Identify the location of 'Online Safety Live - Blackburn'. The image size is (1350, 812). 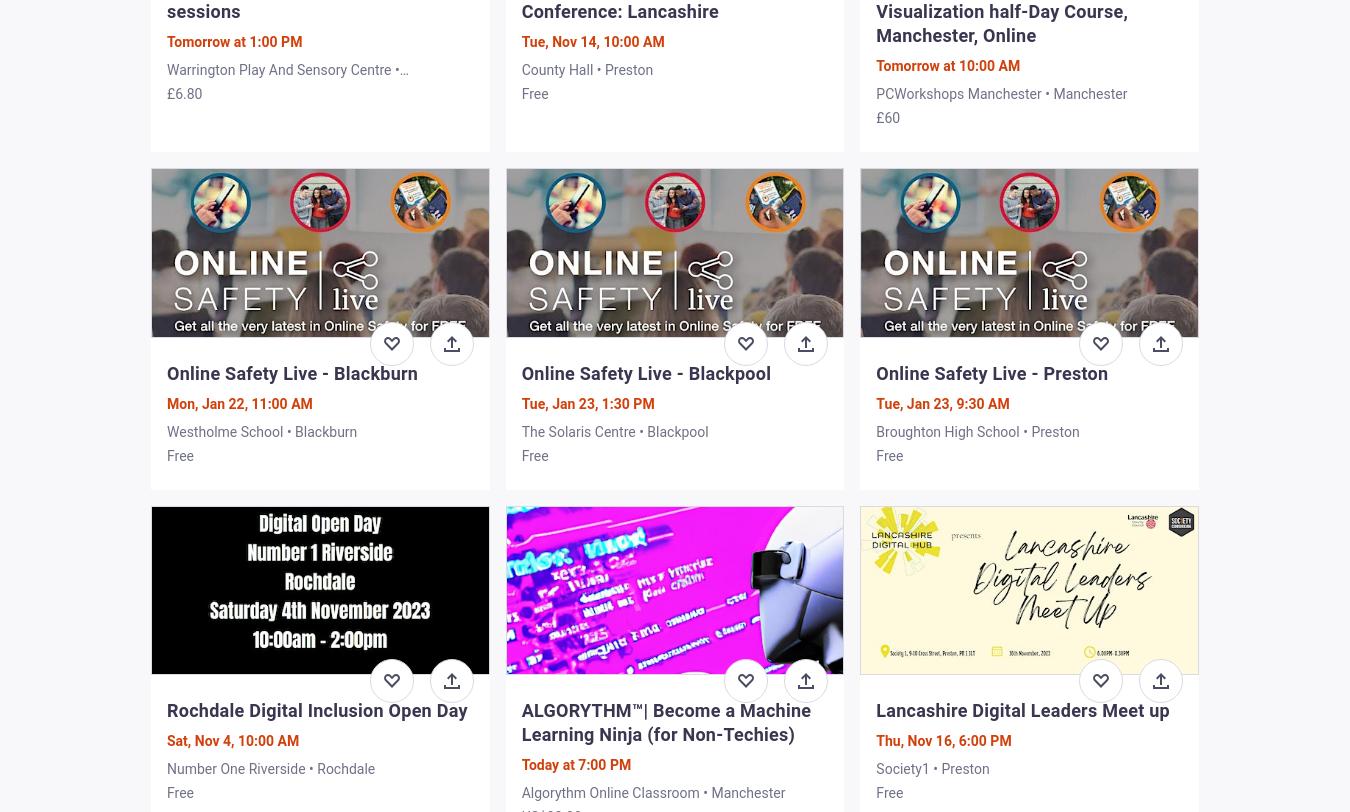
(291, 372).